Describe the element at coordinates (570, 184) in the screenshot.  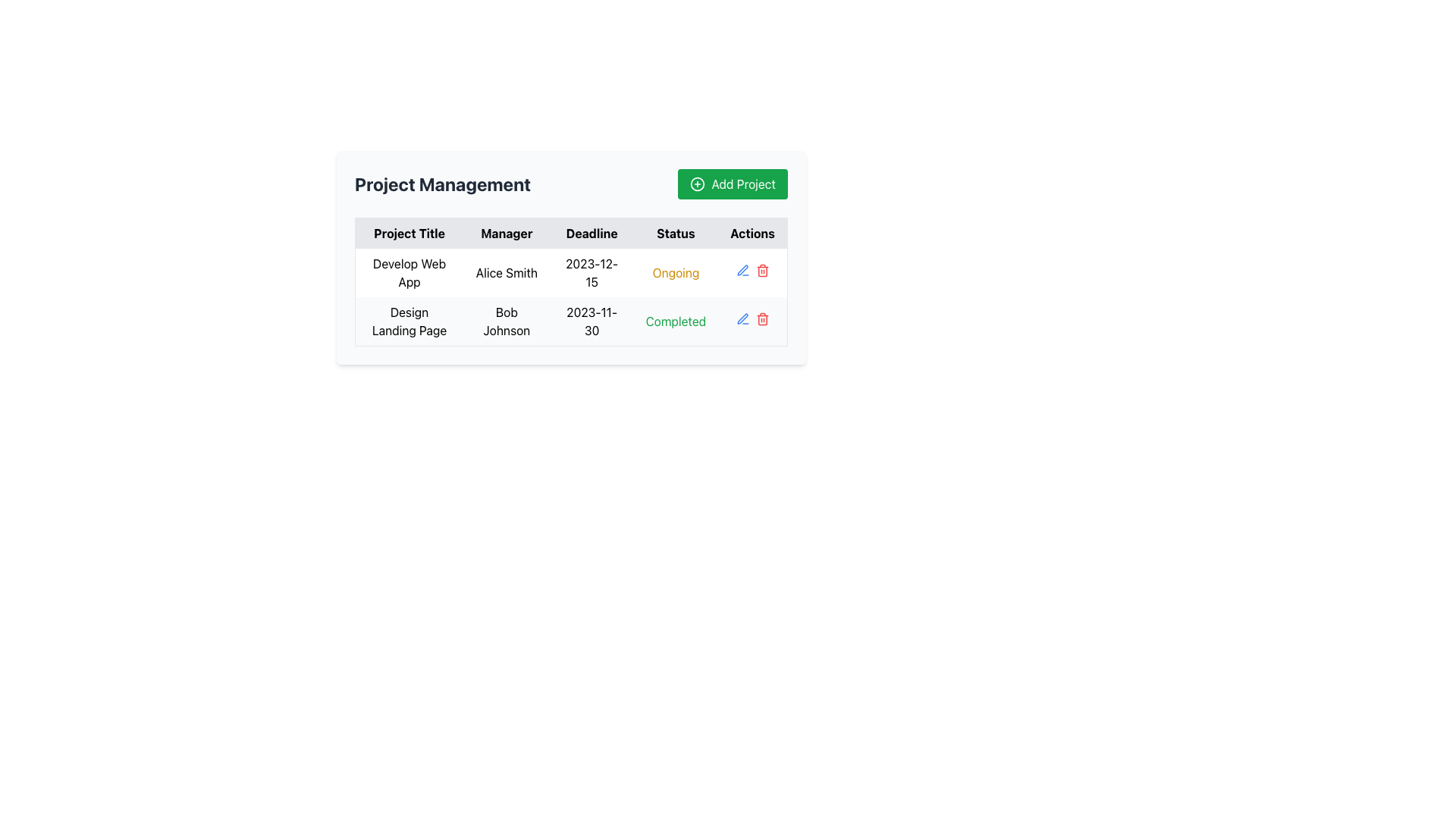
I see `the 'Add Project' button in the 'Project Management' section` at that location.